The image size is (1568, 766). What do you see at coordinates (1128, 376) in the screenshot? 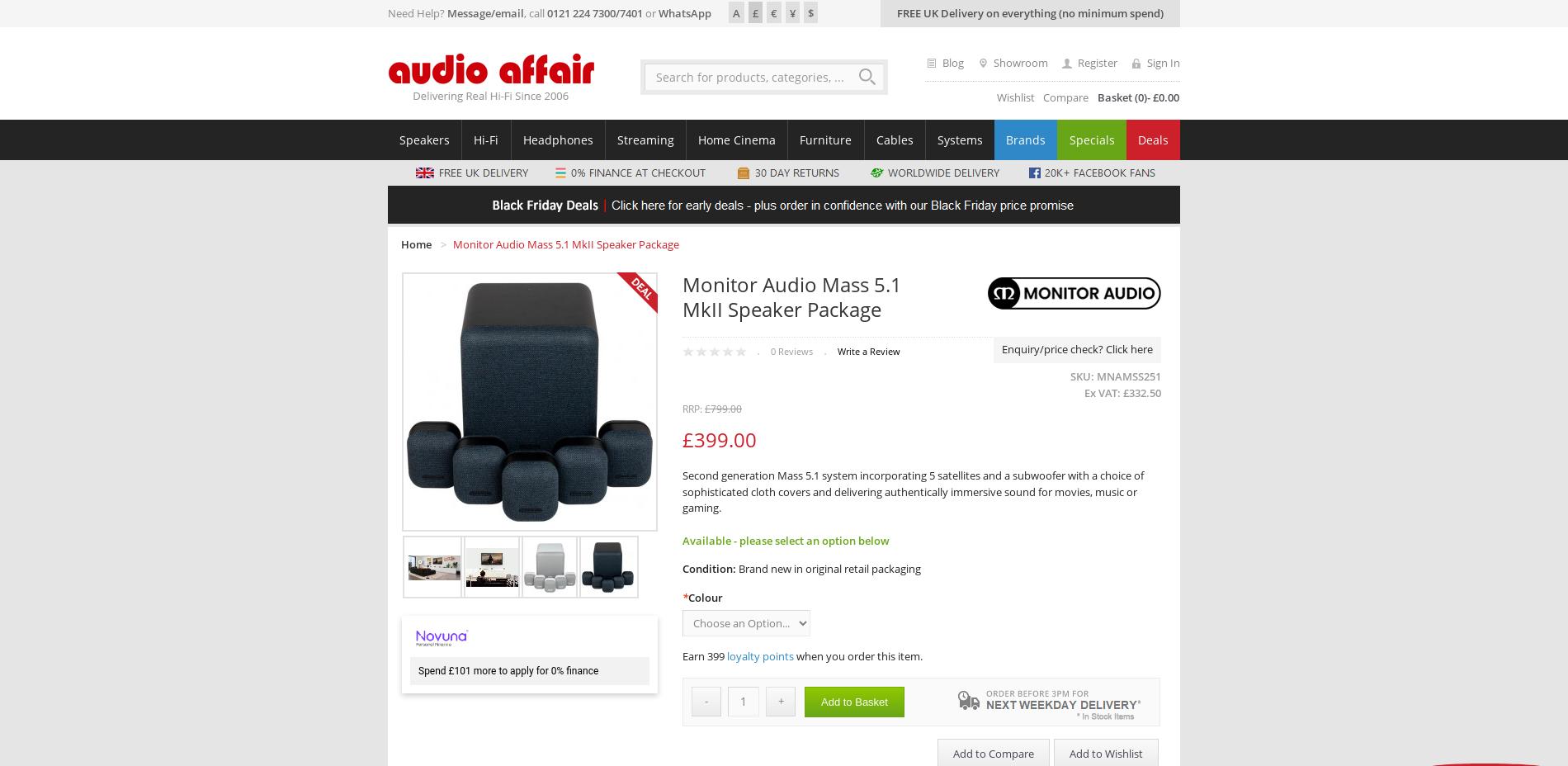
I see `'MNAMSS251'` at bounding box center [1128, 376].